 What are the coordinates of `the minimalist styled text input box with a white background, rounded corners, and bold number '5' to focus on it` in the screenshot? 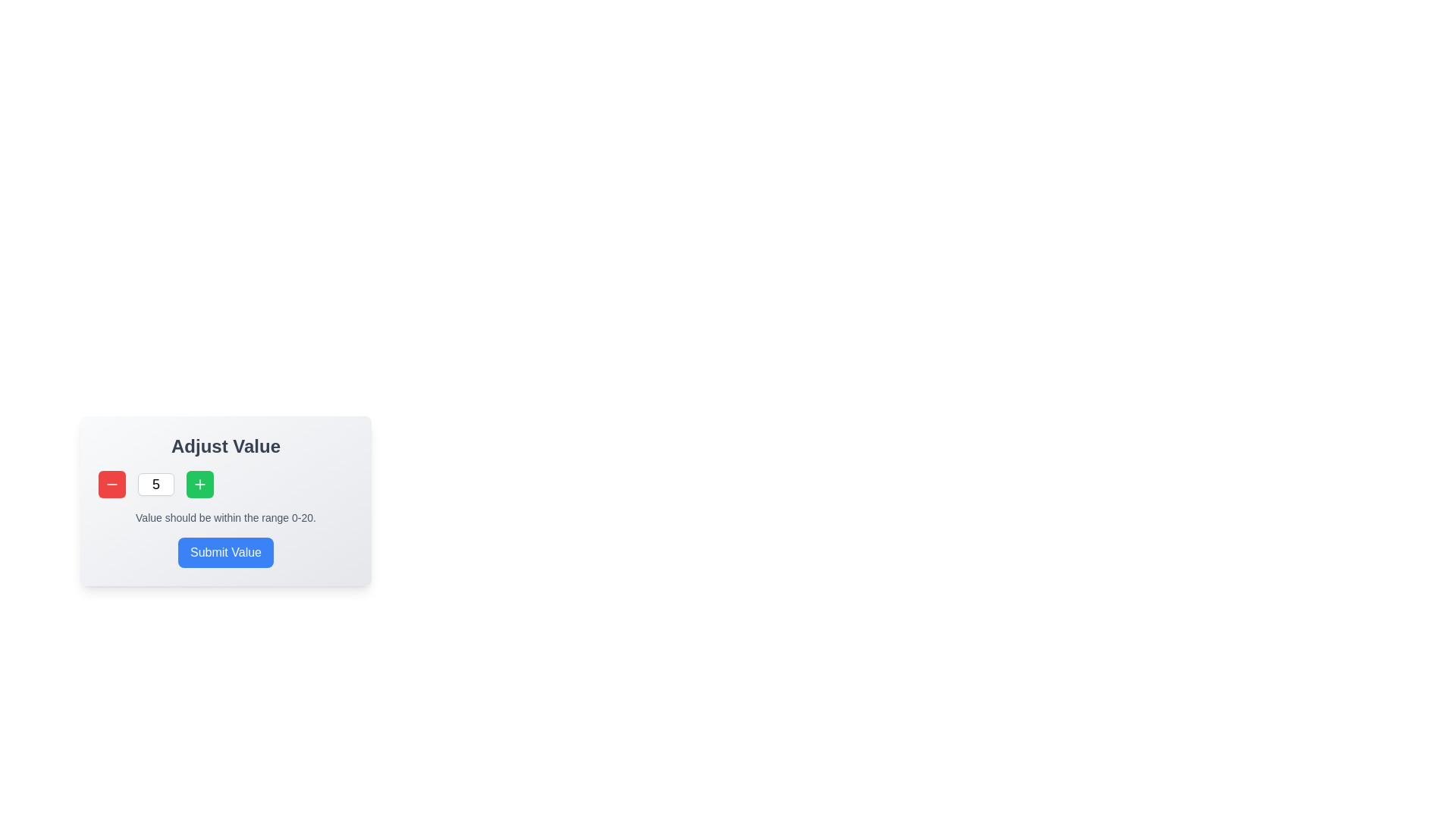 It's located at (156, 485).